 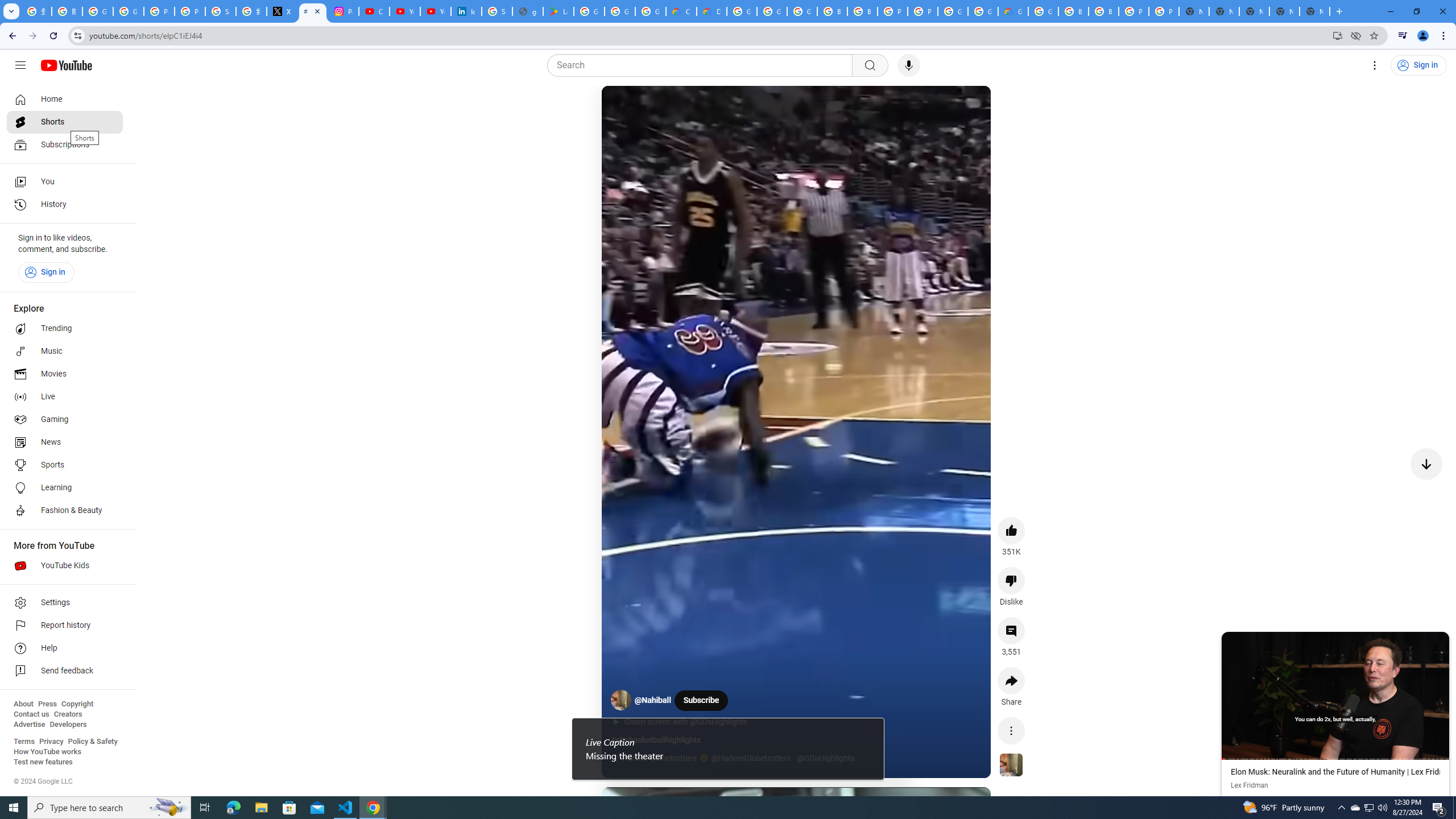 What do you see at coordinates (559, 11) in the screenshot?
I see `'Last Shelter: Survival - Apps on Google Play'` at bounding box center [559, 11].